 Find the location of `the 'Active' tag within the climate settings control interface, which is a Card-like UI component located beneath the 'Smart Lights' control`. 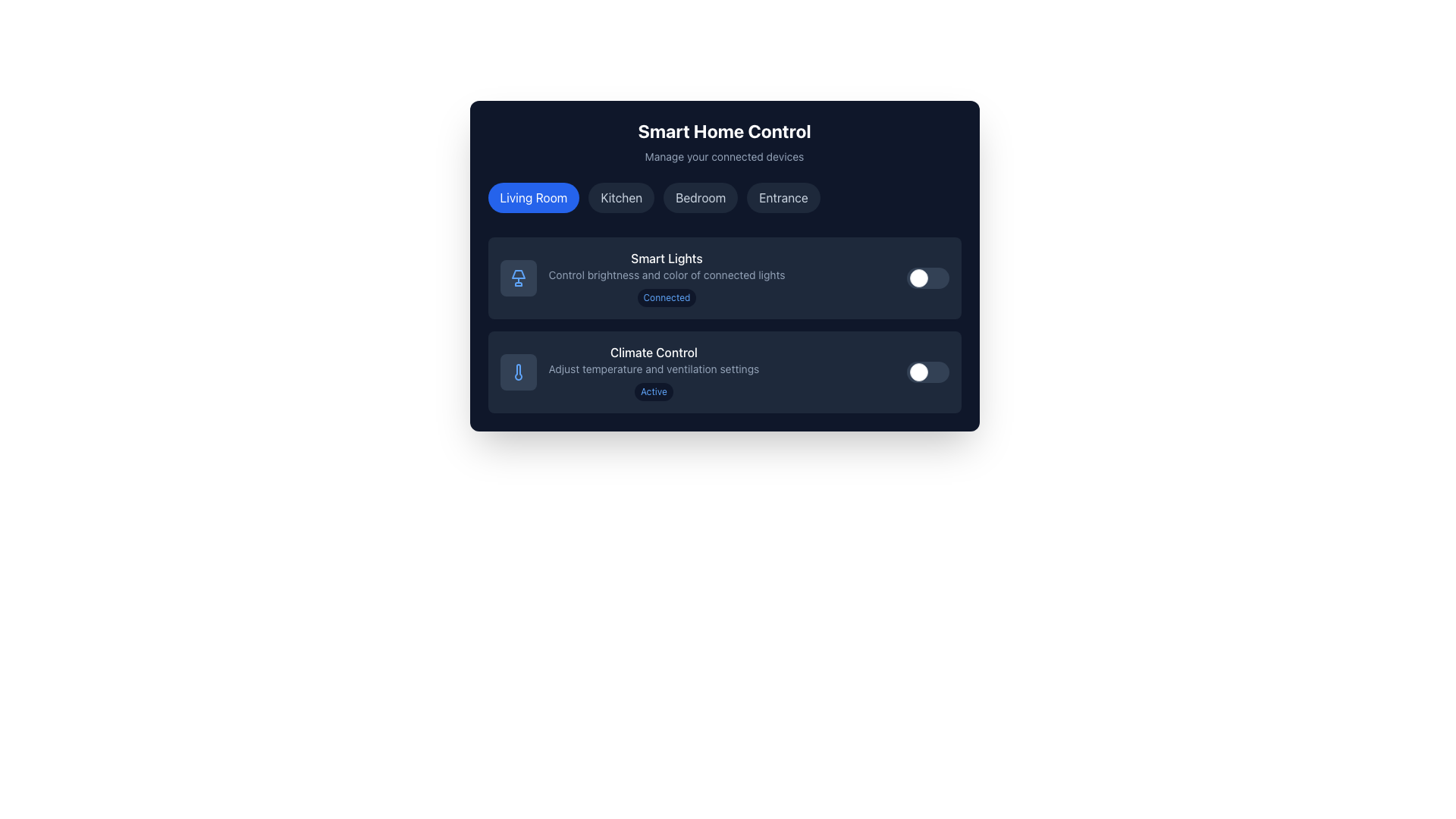

the 'Active' tag within the climate settings control interface, which is a Card-like UI component located beneath the 'Smart Lights' control is located at coordinates (723, 372).